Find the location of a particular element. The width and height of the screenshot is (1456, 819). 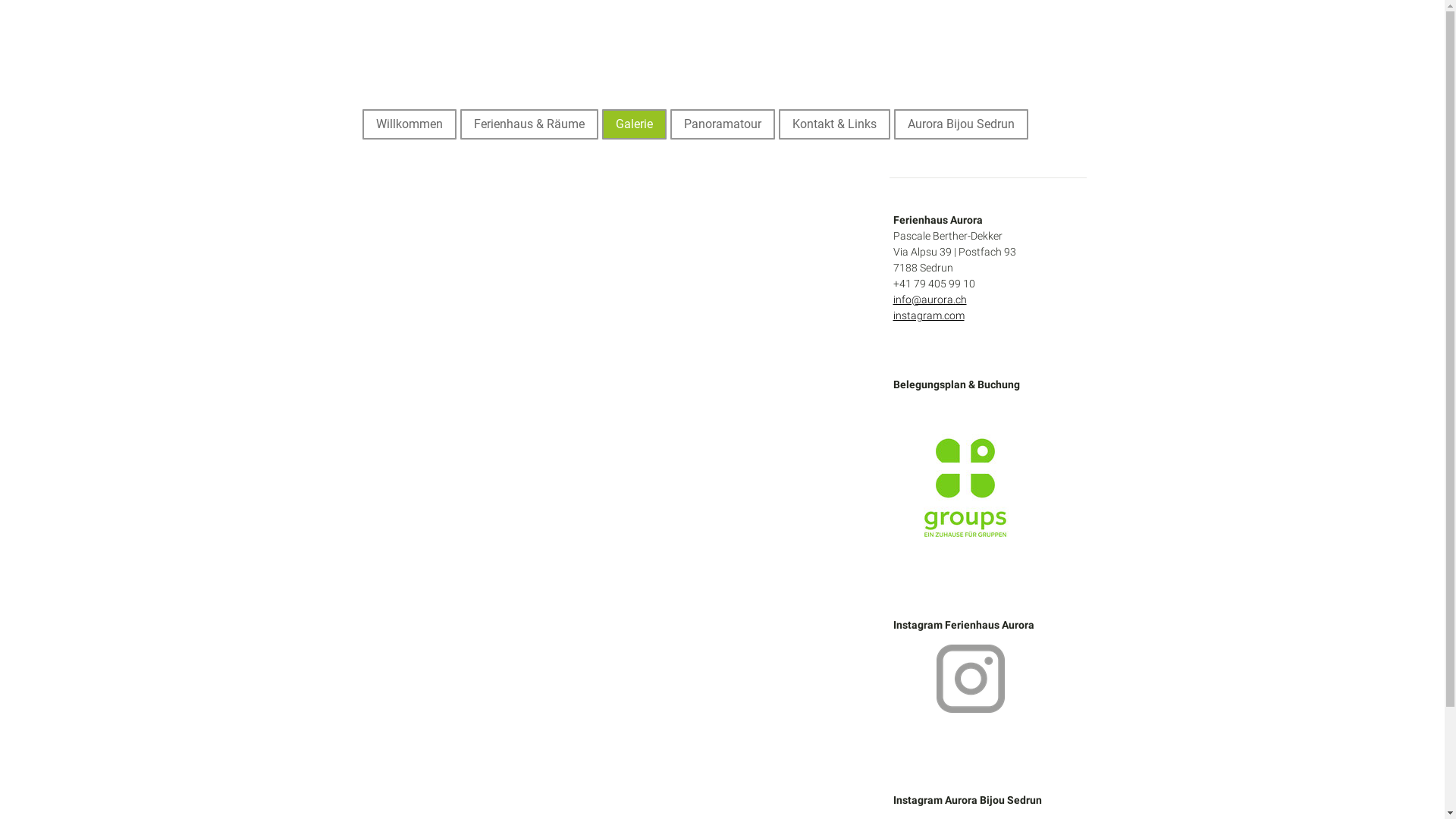

'Galerie' is located at coordinates (603, 124).